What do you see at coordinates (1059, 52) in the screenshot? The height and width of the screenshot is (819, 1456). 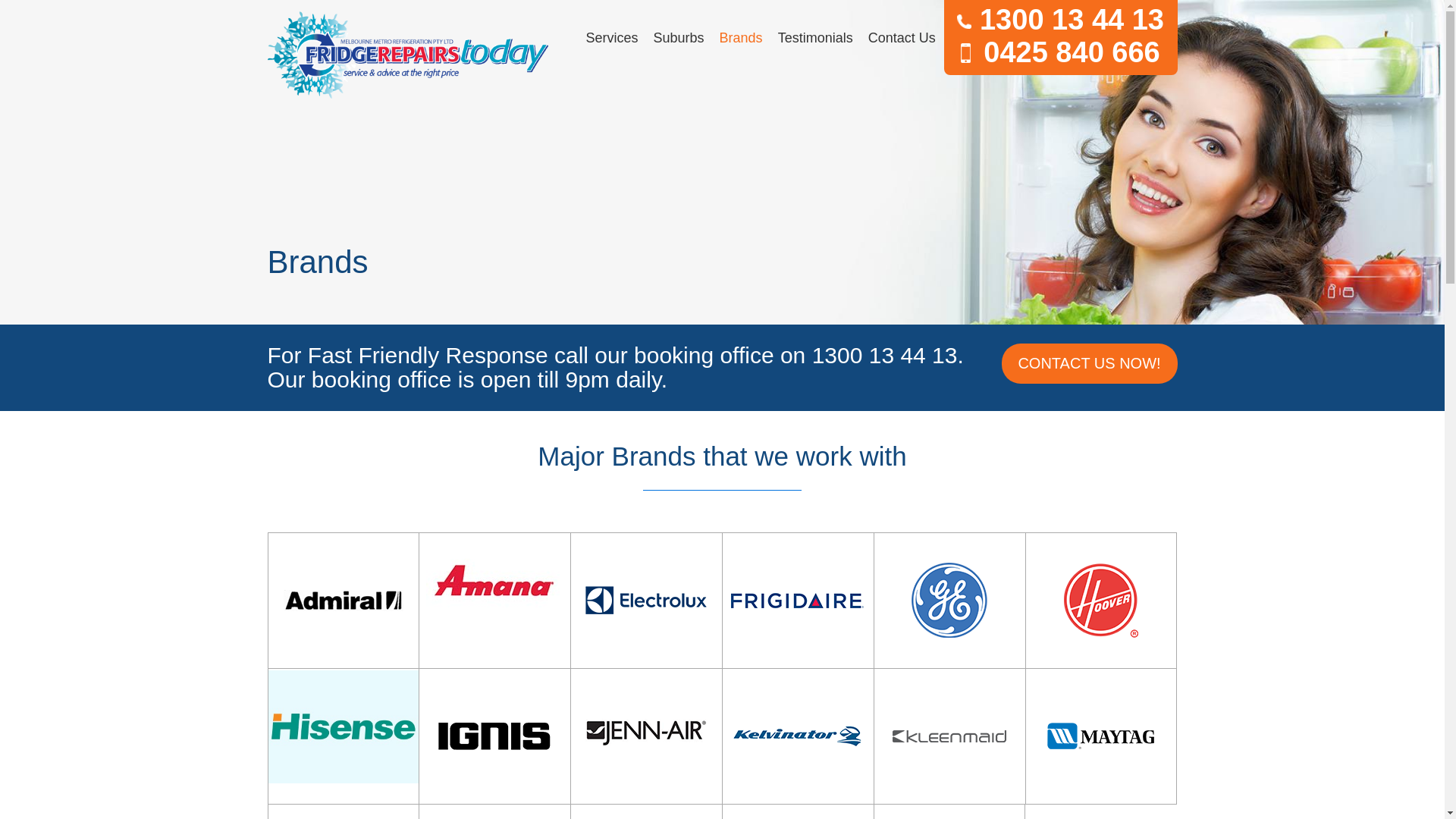 I see `'0425 840 666'` at bounding box center [1059, 52].